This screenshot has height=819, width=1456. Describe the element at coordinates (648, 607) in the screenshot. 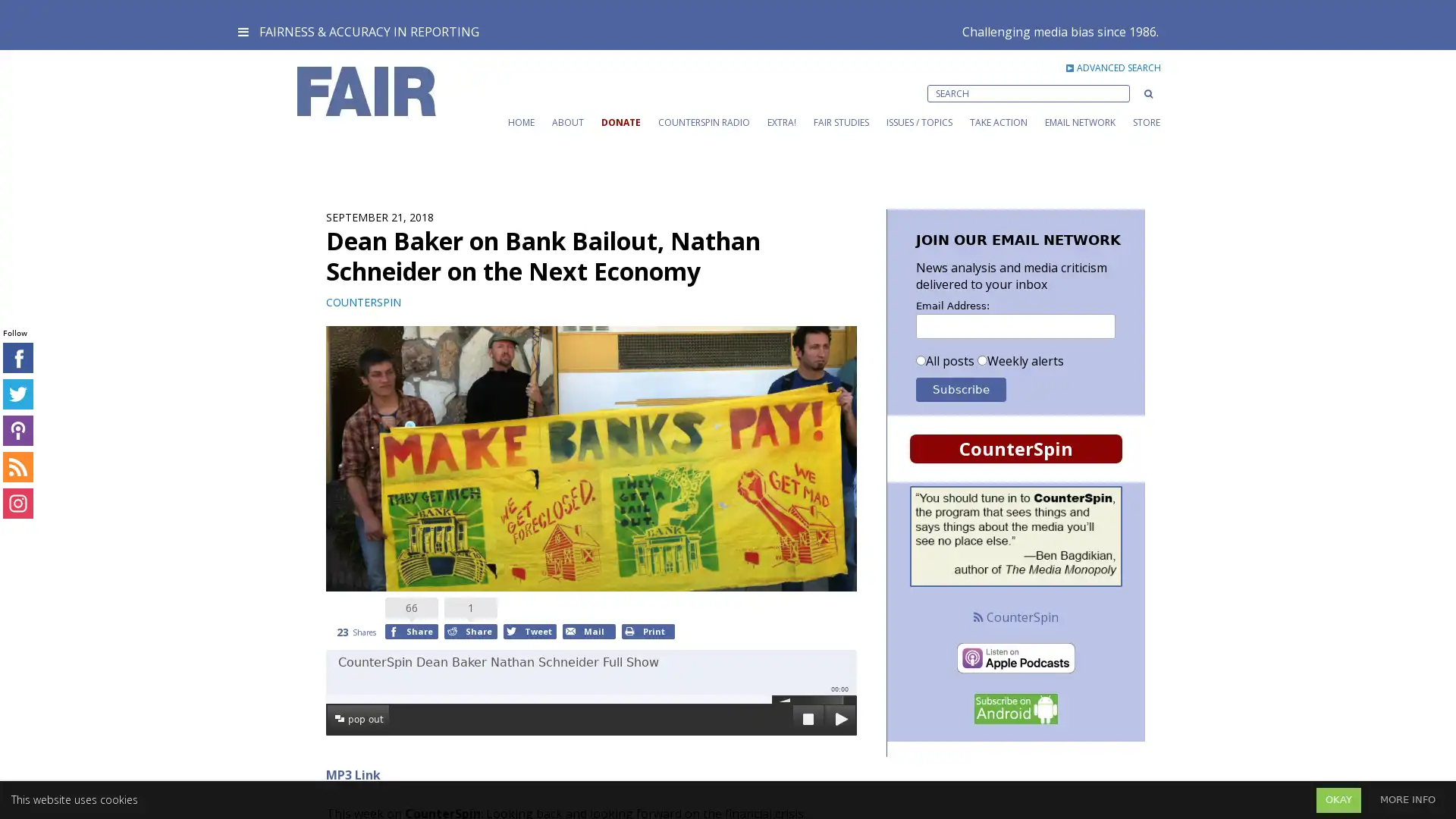

I see `Print to Print` at that location.